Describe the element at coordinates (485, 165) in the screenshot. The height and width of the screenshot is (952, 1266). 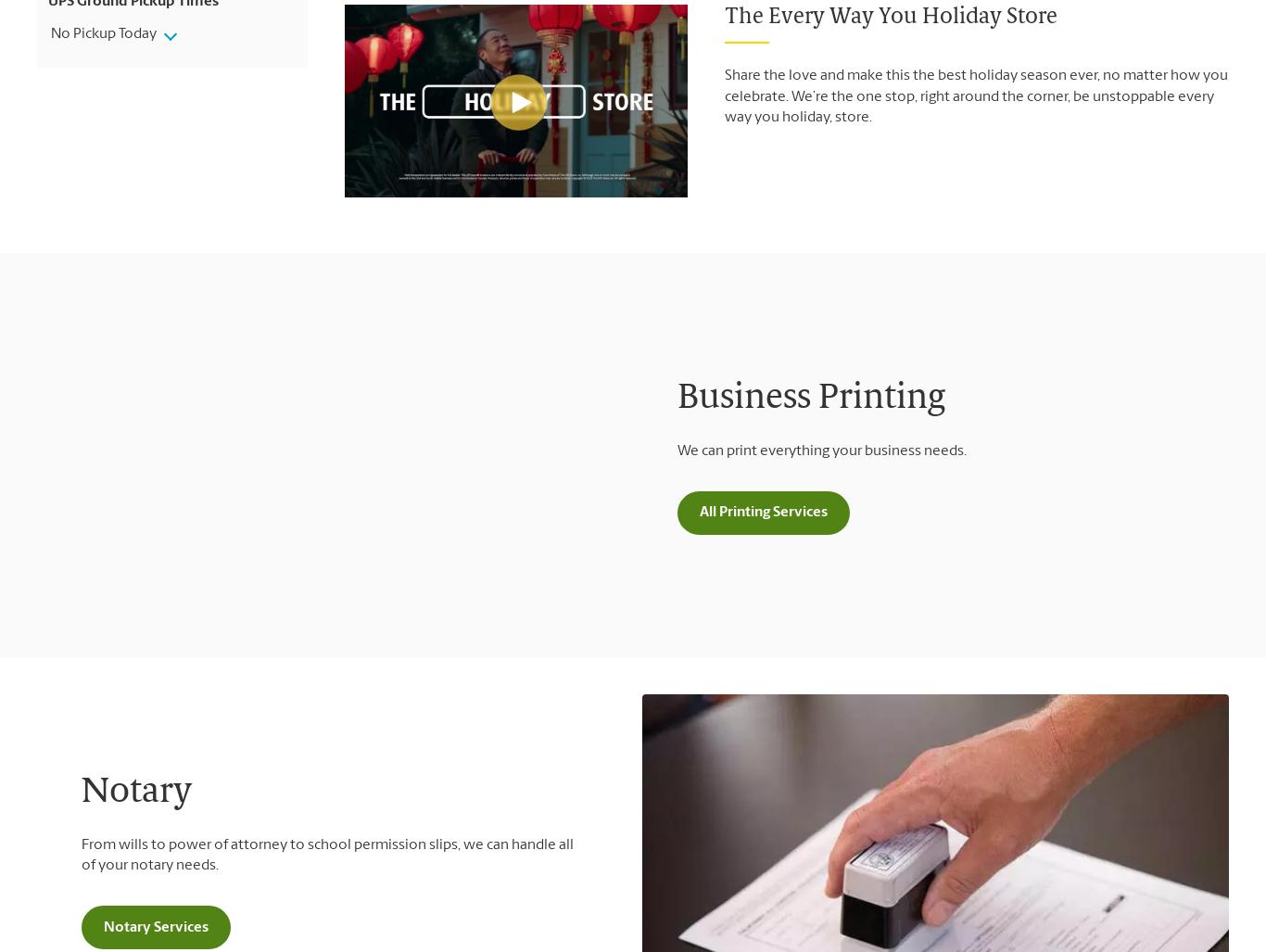
I see `'Accepted Payments'` at that location.